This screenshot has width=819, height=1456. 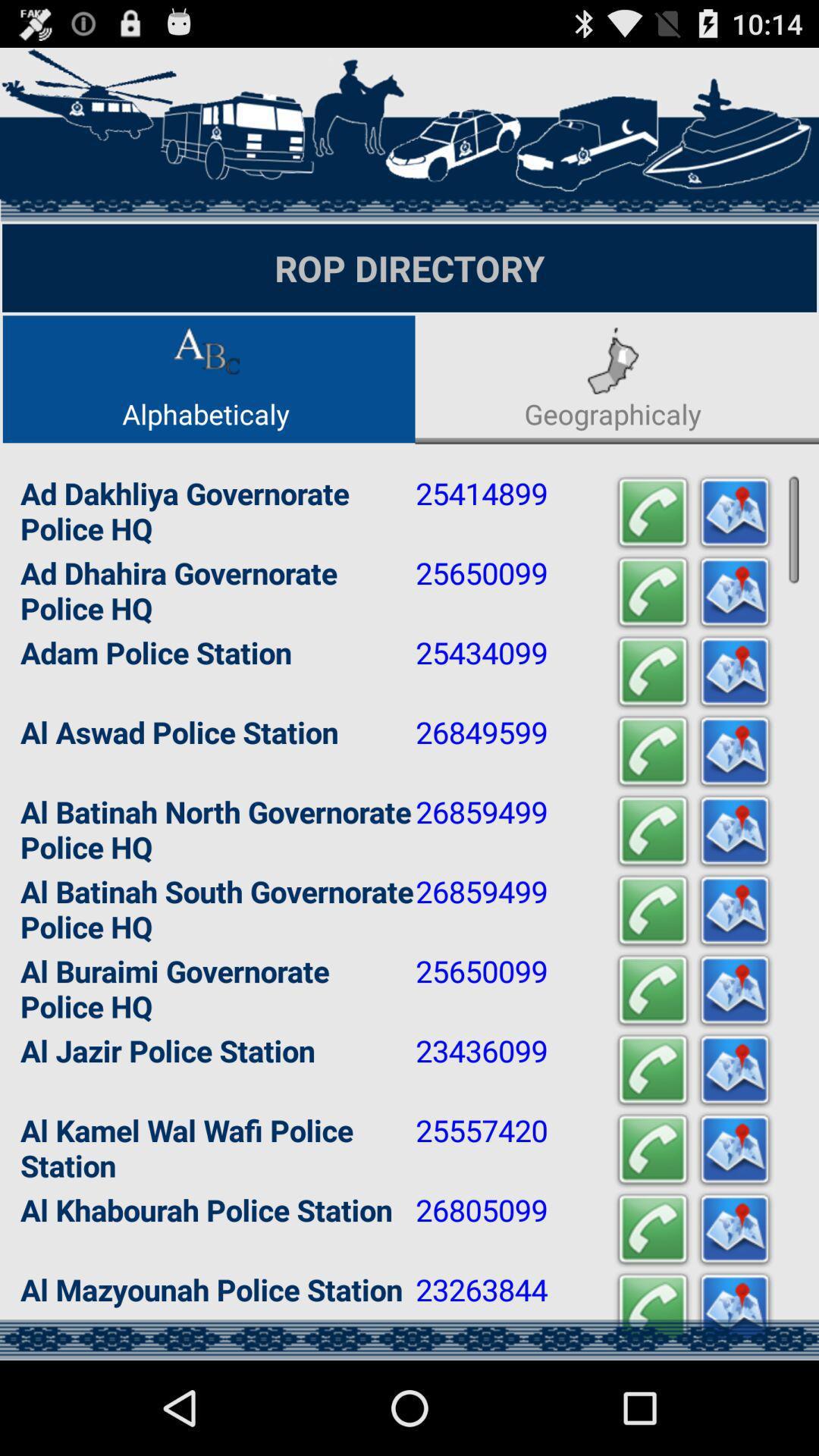 I want to click on share the article, so click(x=733, y=990).